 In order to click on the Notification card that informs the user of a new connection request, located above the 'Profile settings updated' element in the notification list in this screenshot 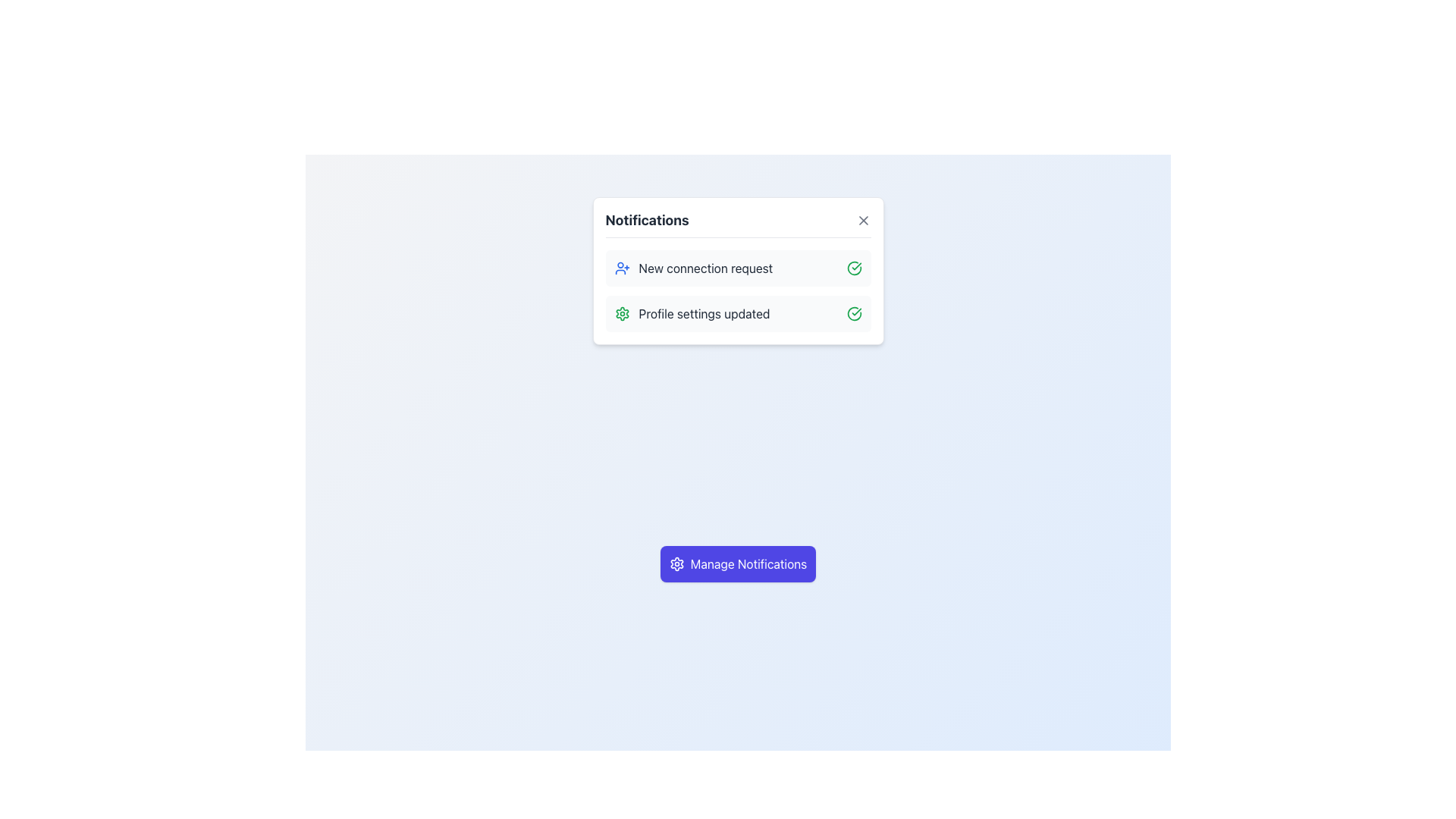, I will do `click(738, 268)`.